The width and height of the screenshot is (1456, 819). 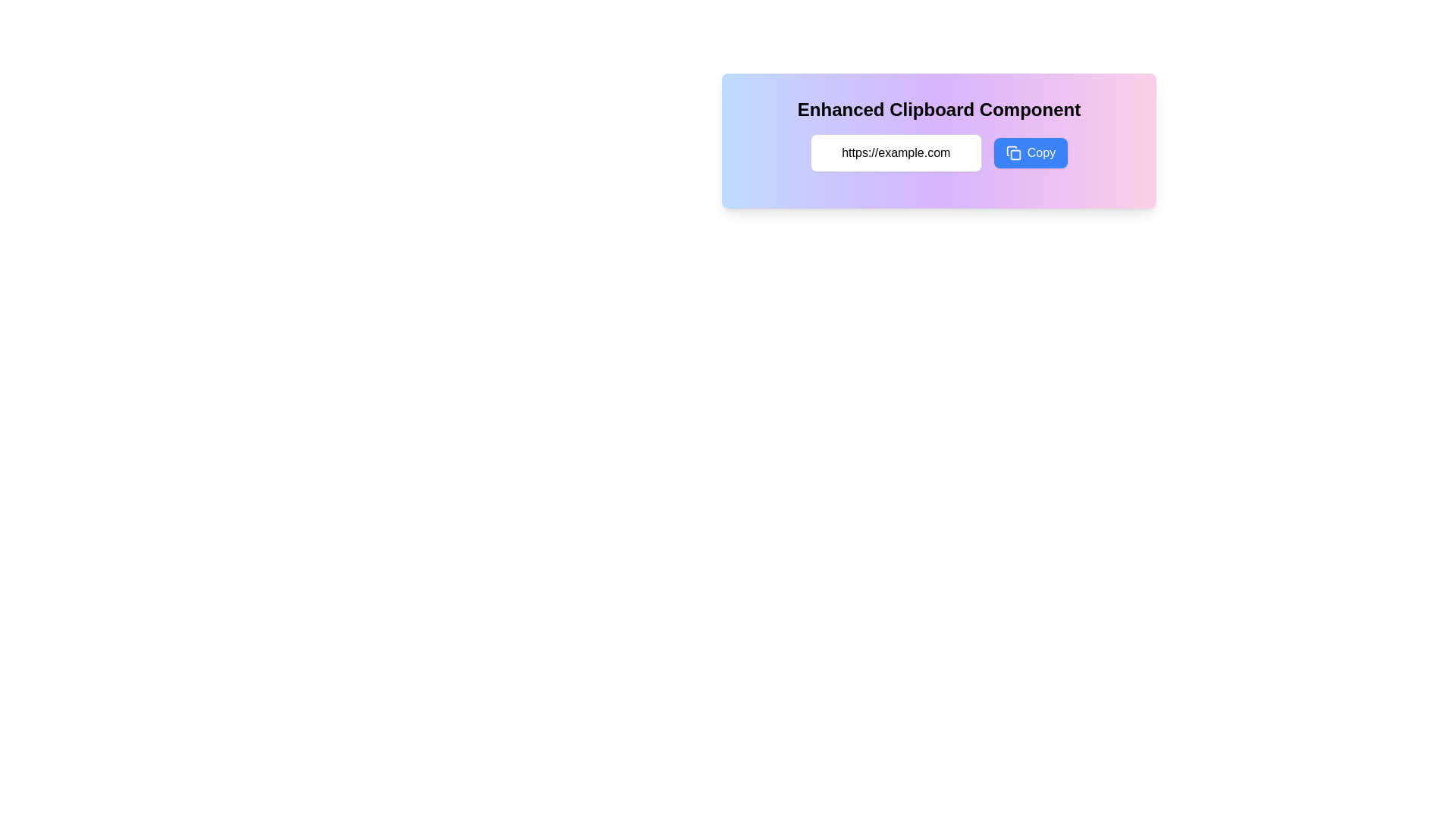 What do you see at coordinates (1012, 151) in the screenshot?
I see `the 'Copy' button which features a clipboard icon` at bounding box center [1012, 151].